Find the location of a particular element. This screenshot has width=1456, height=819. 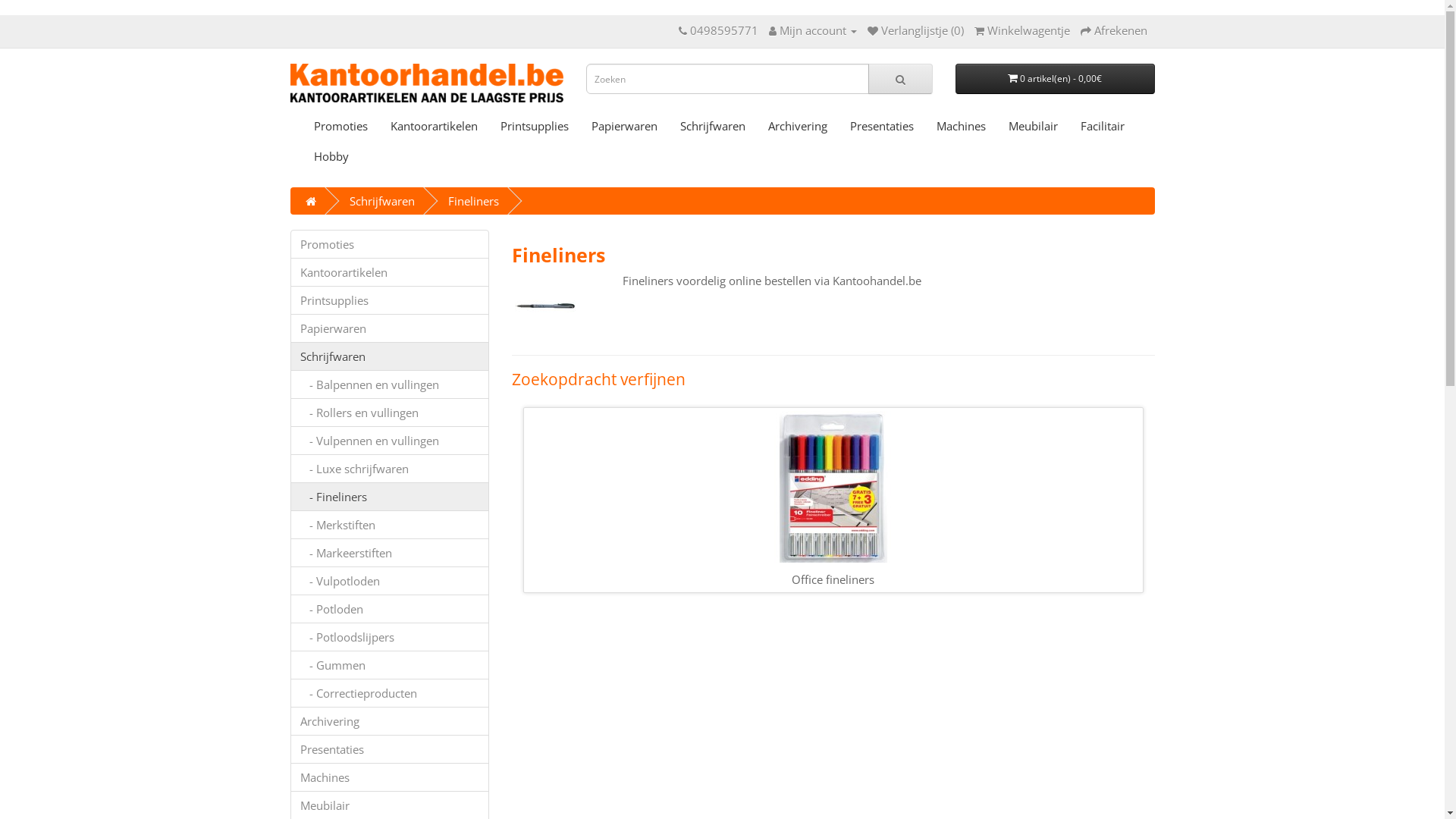

'   - Potloden' is located at coordinates (389, 607).